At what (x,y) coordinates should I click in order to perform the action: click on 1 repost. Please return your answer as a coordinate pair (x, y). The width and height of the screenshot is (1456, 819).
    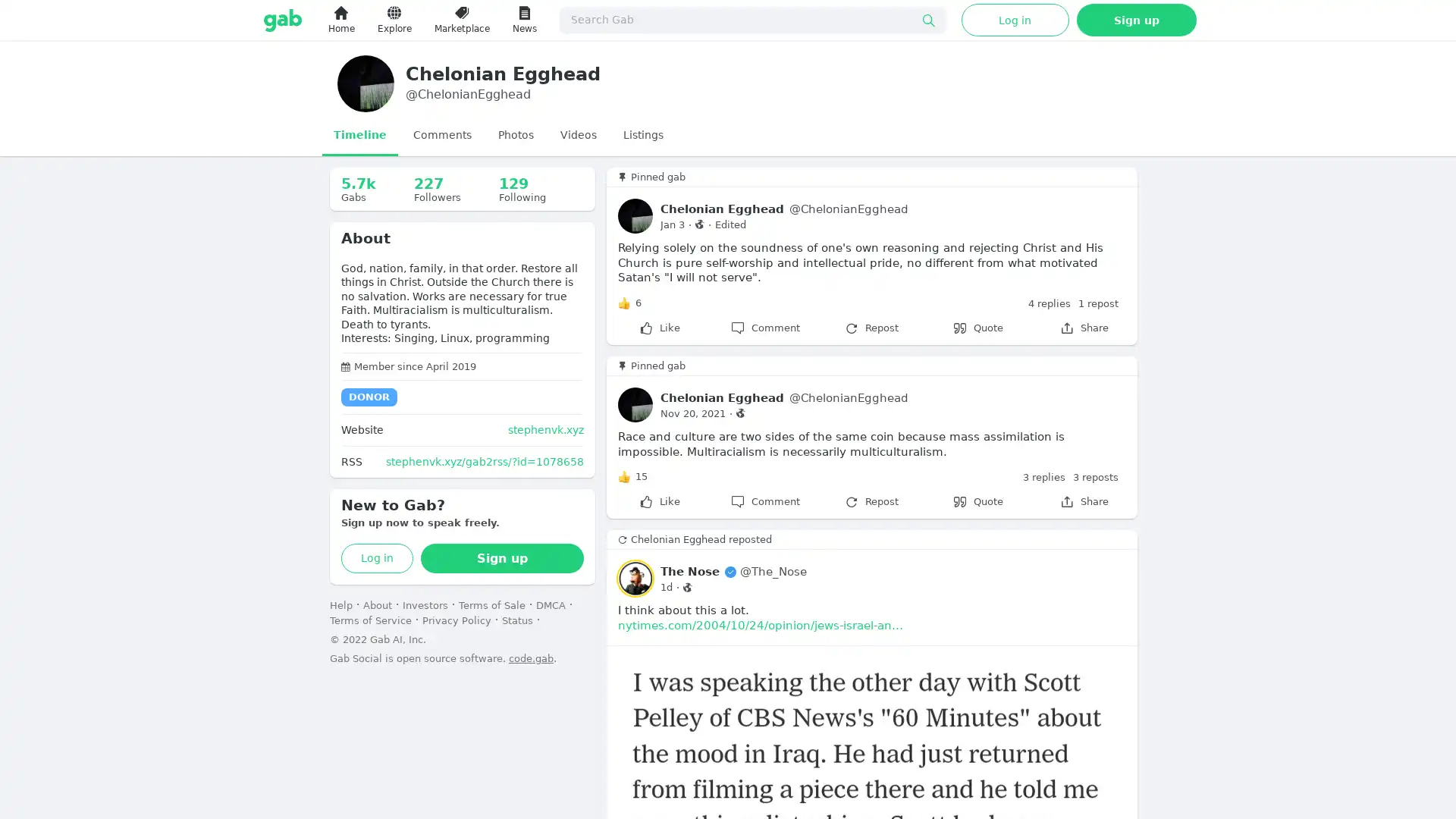
    Looking at the image, I should click on (1098, 303).